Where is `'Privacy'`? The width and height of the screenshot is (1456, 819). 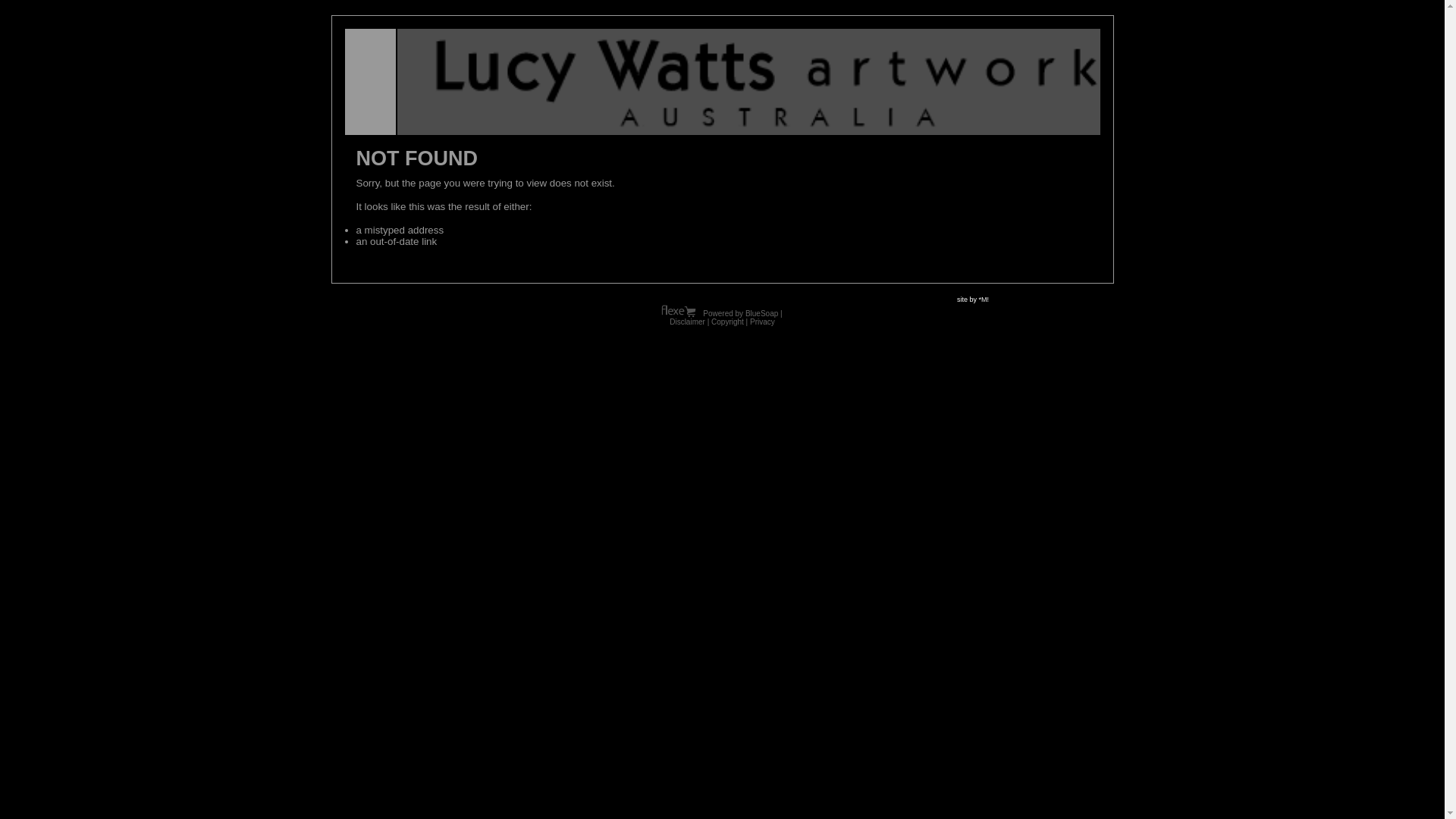
'Privacy' is located at coordinates (762, 321).